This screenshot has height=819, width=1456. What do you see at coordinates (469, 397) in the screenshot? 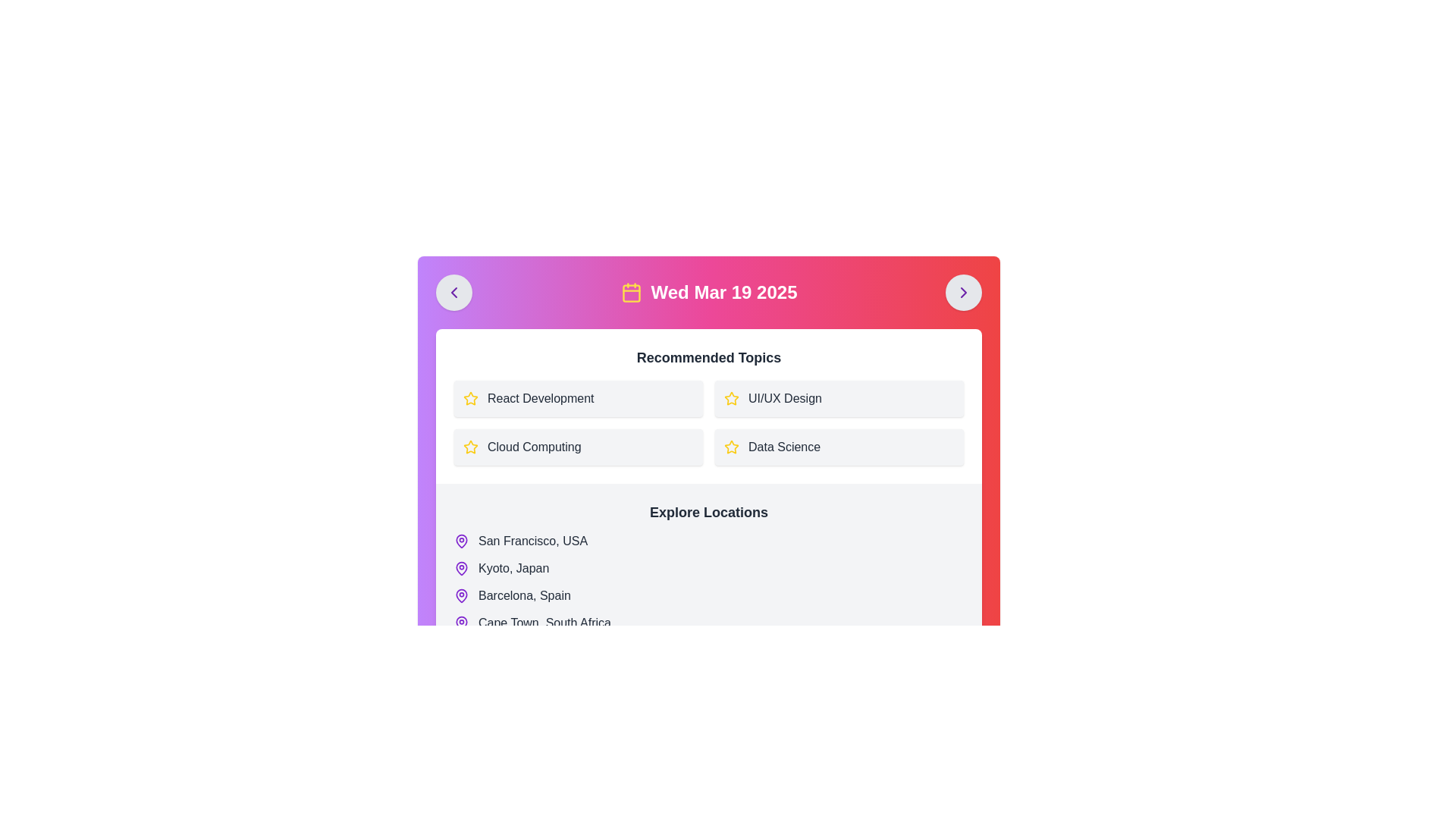
I see `the first star icon located to the left of the 'React Development' text in the recommended topics grid` at bounding box center [469, 397].